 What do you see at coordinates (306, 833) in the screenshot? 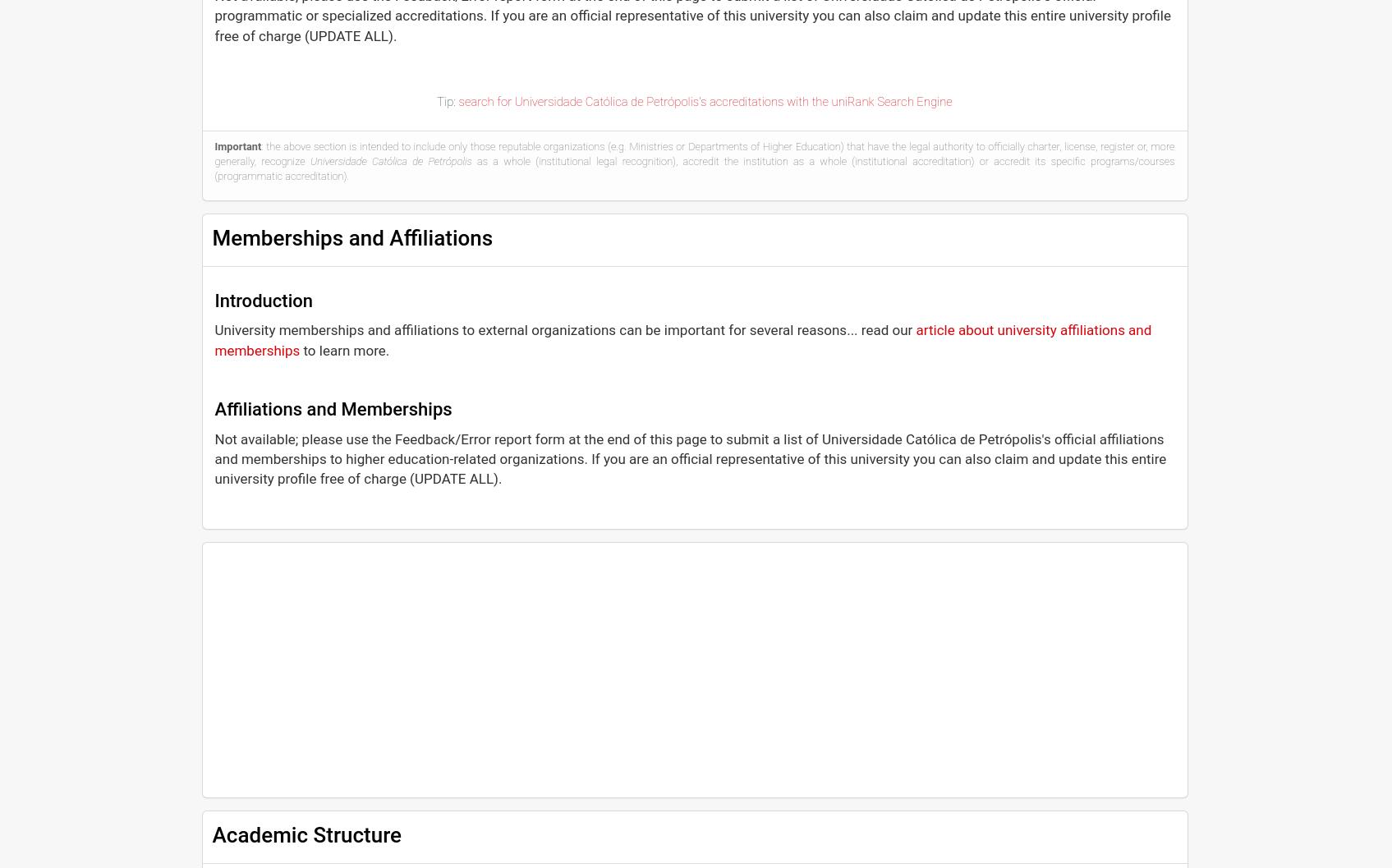
I see `'Academic Structure'` at bounding box center [306, 833].